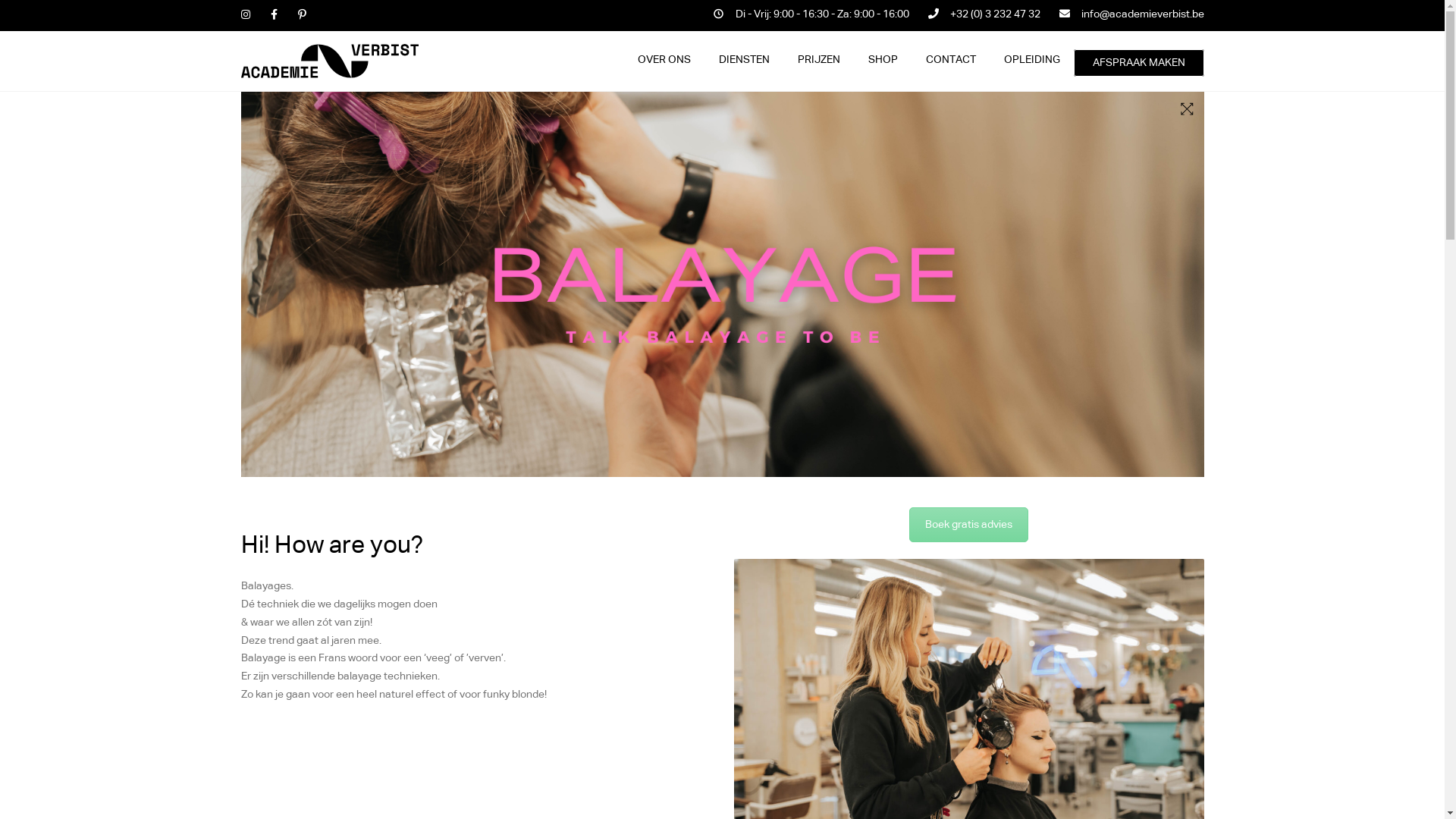 This screenshot has height=819, width=1456. Describe the element at coordinates (1139, 62) in the screenshot. I see `'AFSPRAAK MAKEN'` at that location.